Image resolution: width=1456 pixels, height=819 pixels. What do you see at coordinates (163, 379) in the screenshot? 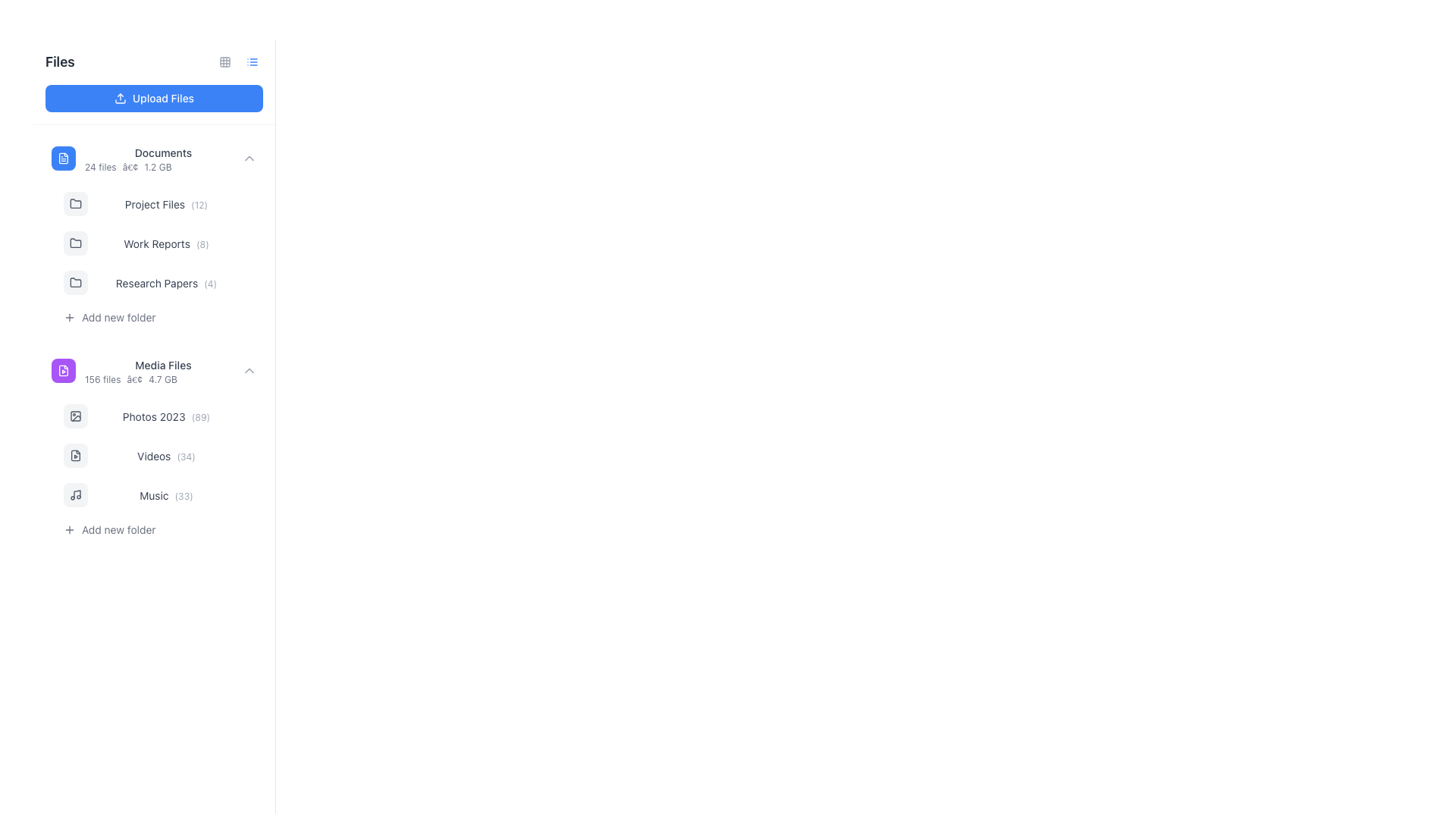
I see `the text label that displays the storage size information for the 'Media Files' group, located under the 'Media Files' section` at bounding box center [163, 379].